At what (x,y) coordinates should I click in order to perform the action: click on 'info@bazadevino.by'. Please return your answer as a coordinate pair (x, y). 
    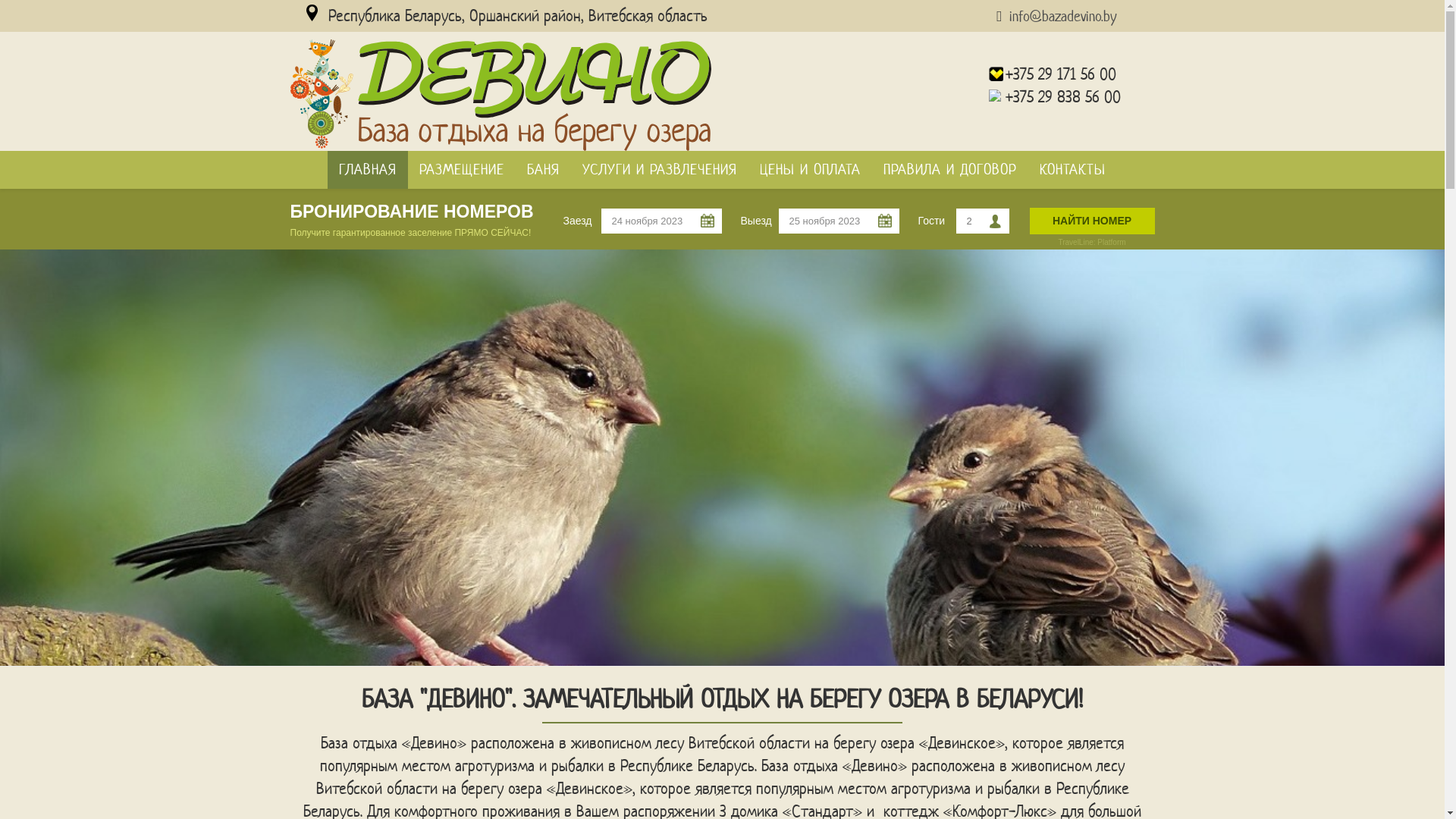
    Looking at the image, I should click on (1062, 16).